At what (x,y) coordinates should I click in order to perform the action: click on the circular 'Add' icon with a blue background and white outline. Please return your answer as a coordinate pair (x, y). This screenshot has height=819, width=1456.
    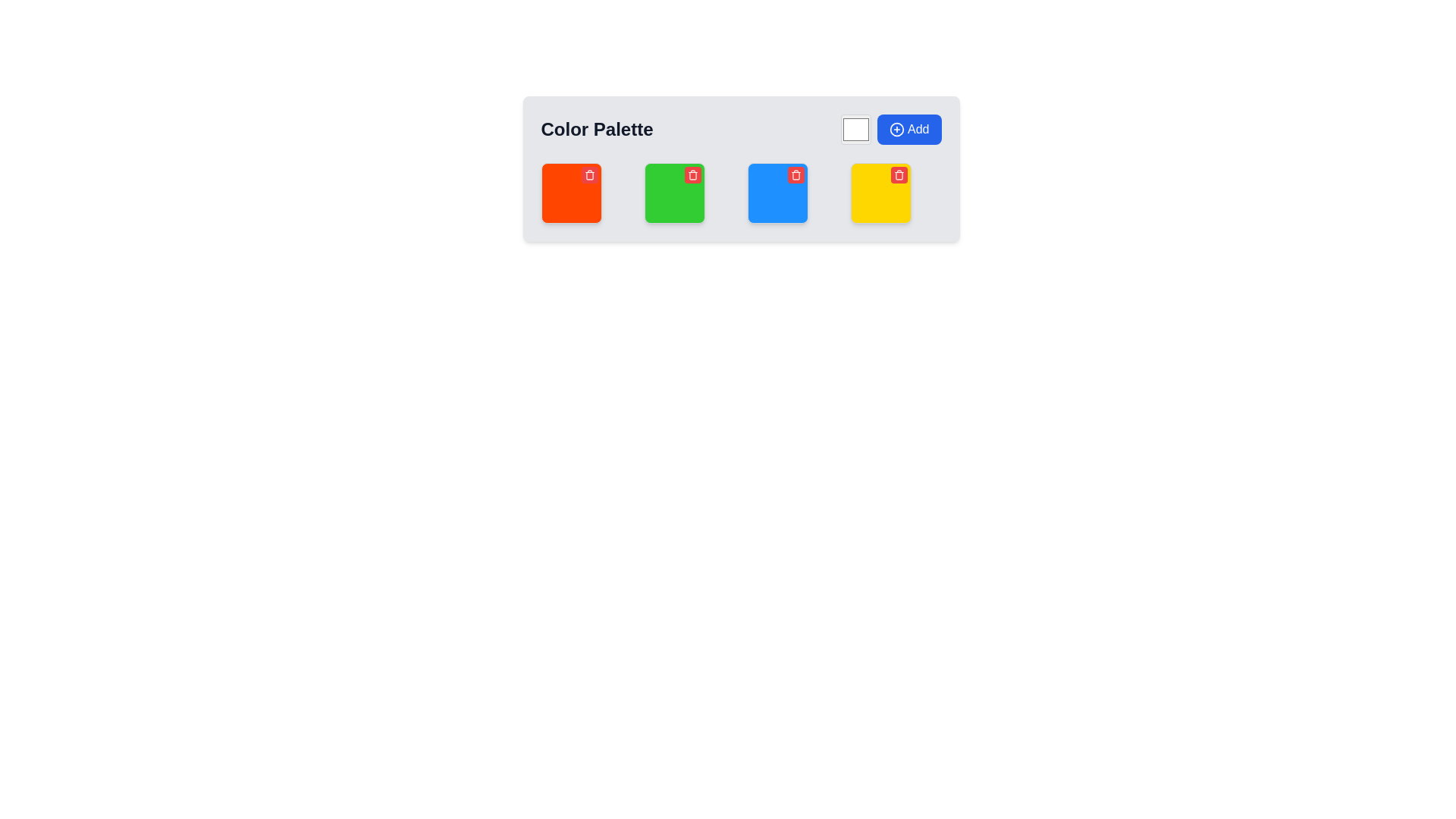
    Looking at the image, I should click on (897, 128).